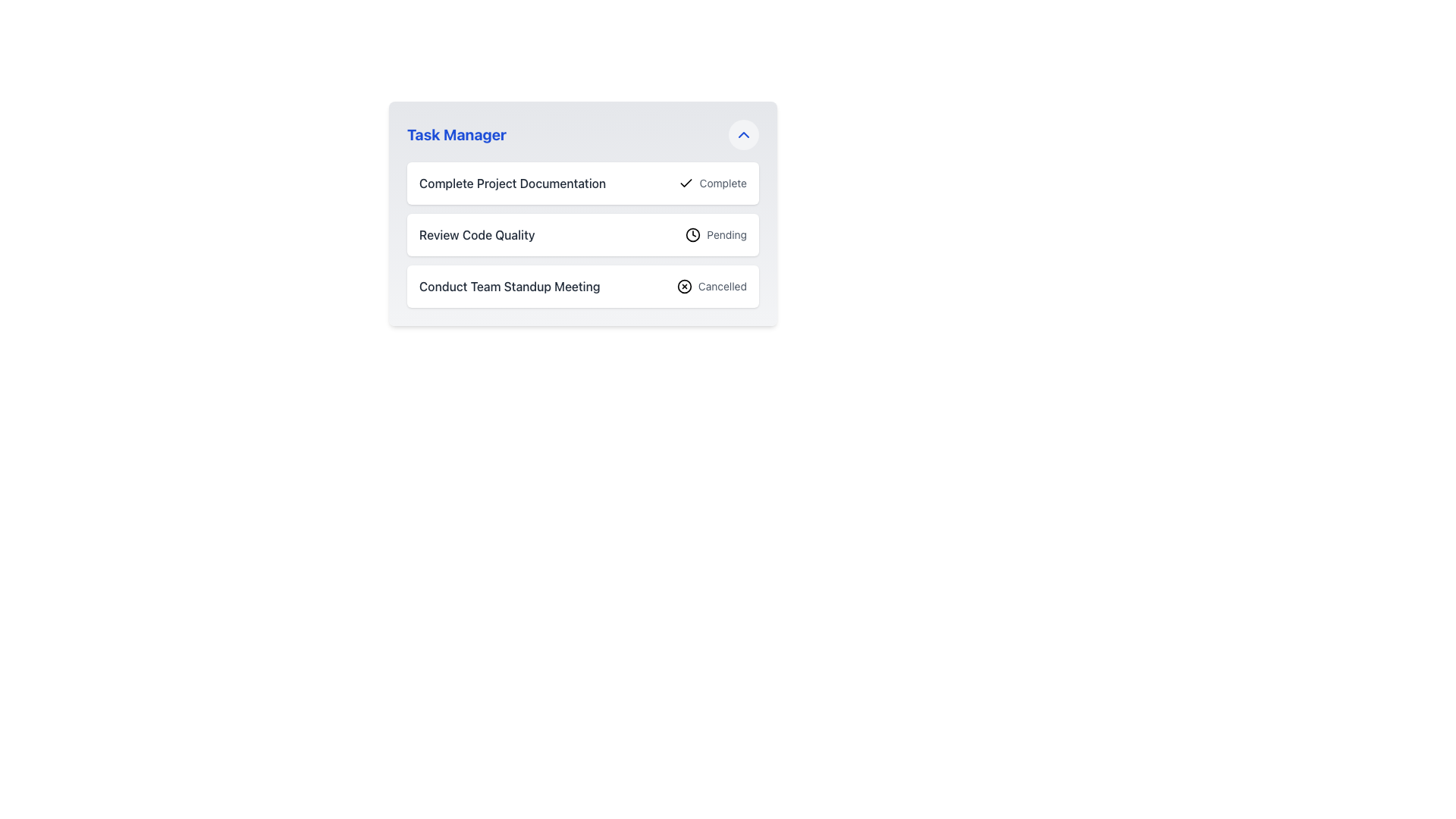 This screenshot has height=819, width=1456. What do you see at coordinates (721, 287) in the screenshot?
I see `the text label indicating that the associated task has been cancelled, located on the right-hand side of the third row in the 'Task Manager' section, following the circular icon with a cross` at bounding box center [721, 287].